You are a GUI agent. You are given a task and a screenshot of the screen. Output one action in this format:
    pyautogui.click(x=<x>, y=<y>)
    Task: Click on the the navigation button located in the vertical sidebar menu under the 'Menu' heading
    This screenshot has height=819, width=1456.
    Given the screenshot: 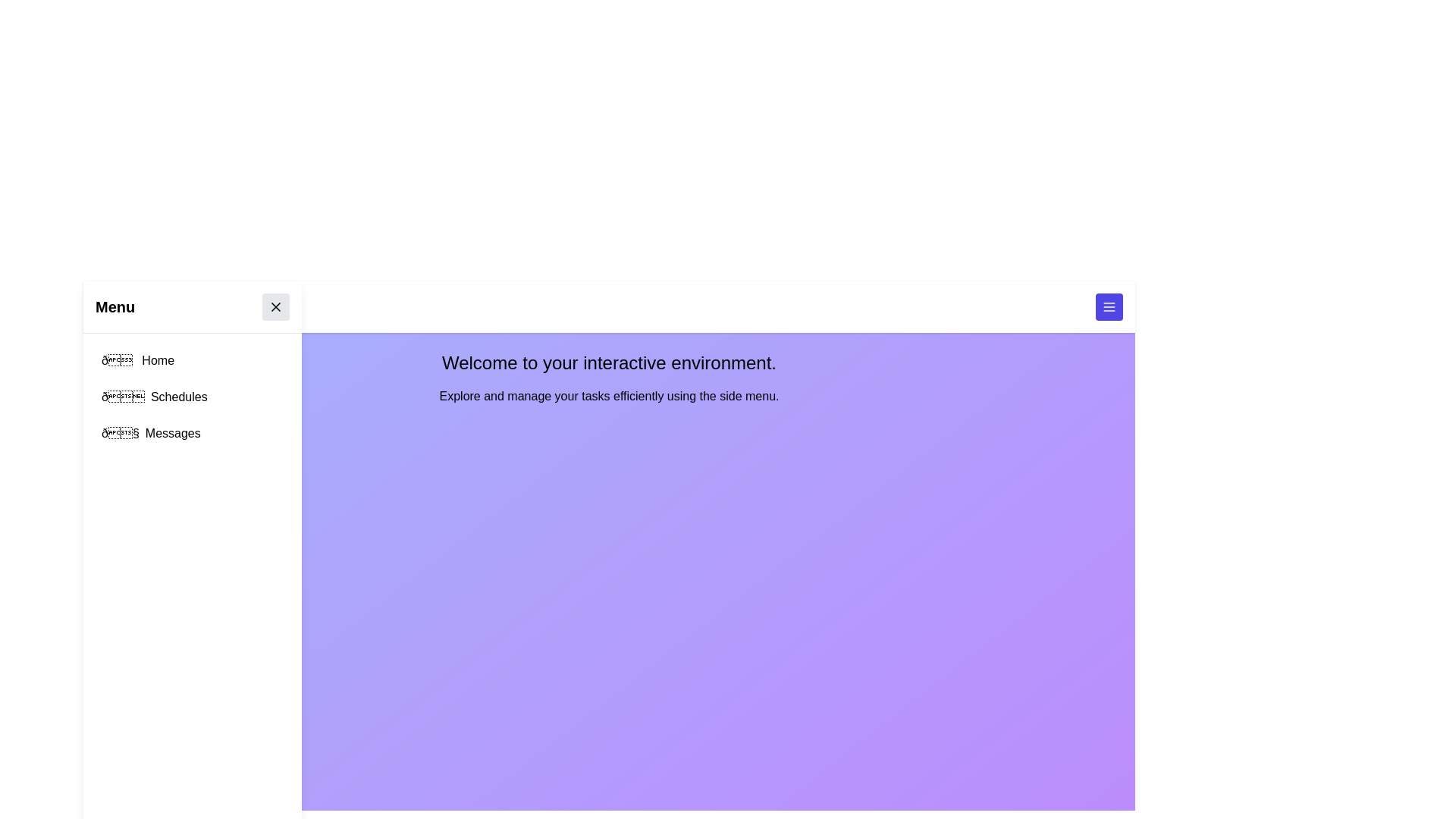 What is the action you would take?
    pyautogui.click(x=192, y=360)
    